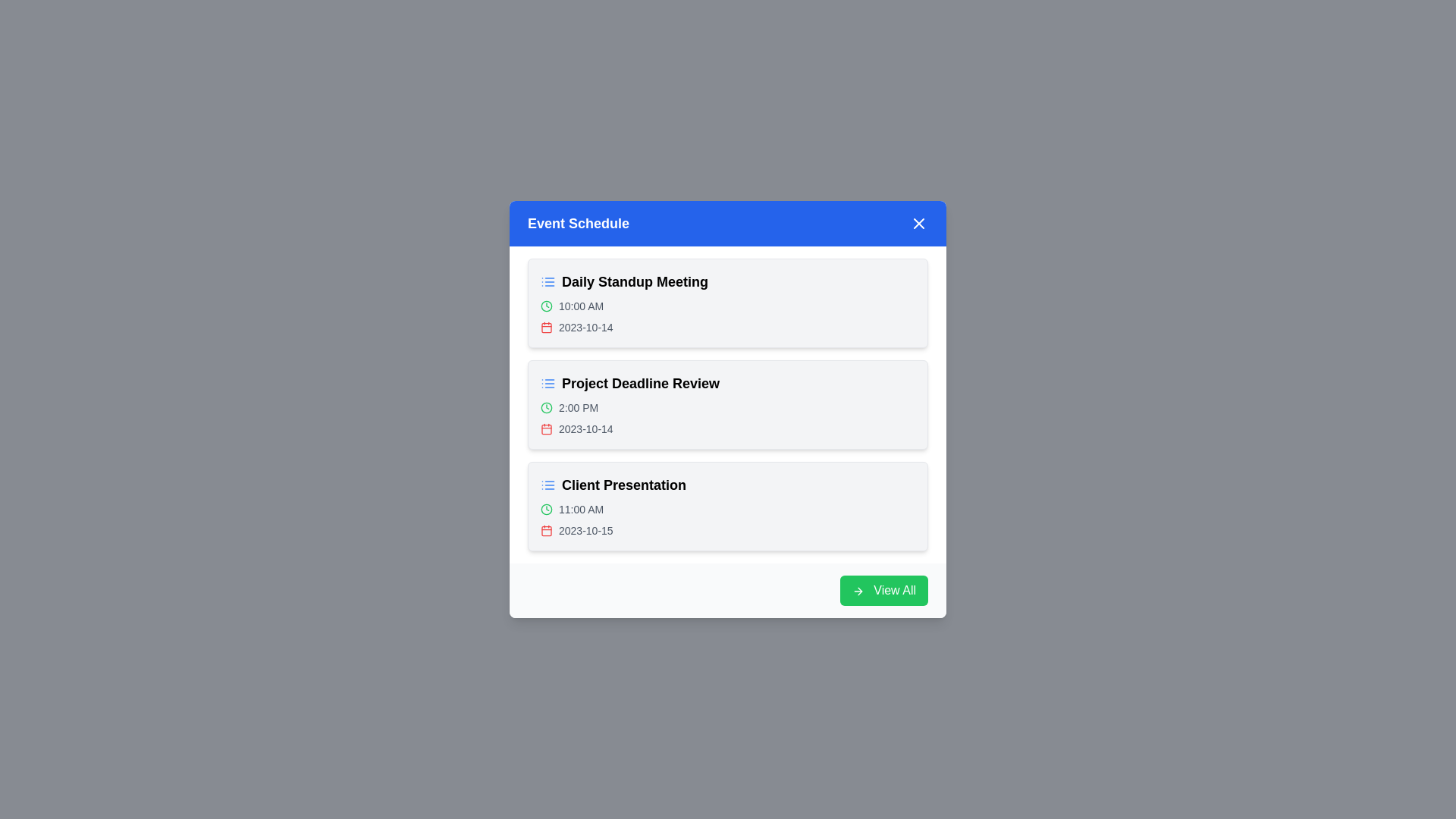  Describe the element at coordinates (613, 275) in the screenshot. I see `information displayed in the first event card of the 'Event Schedule' dialog box, which includes the event's title, time, and date` at that location.